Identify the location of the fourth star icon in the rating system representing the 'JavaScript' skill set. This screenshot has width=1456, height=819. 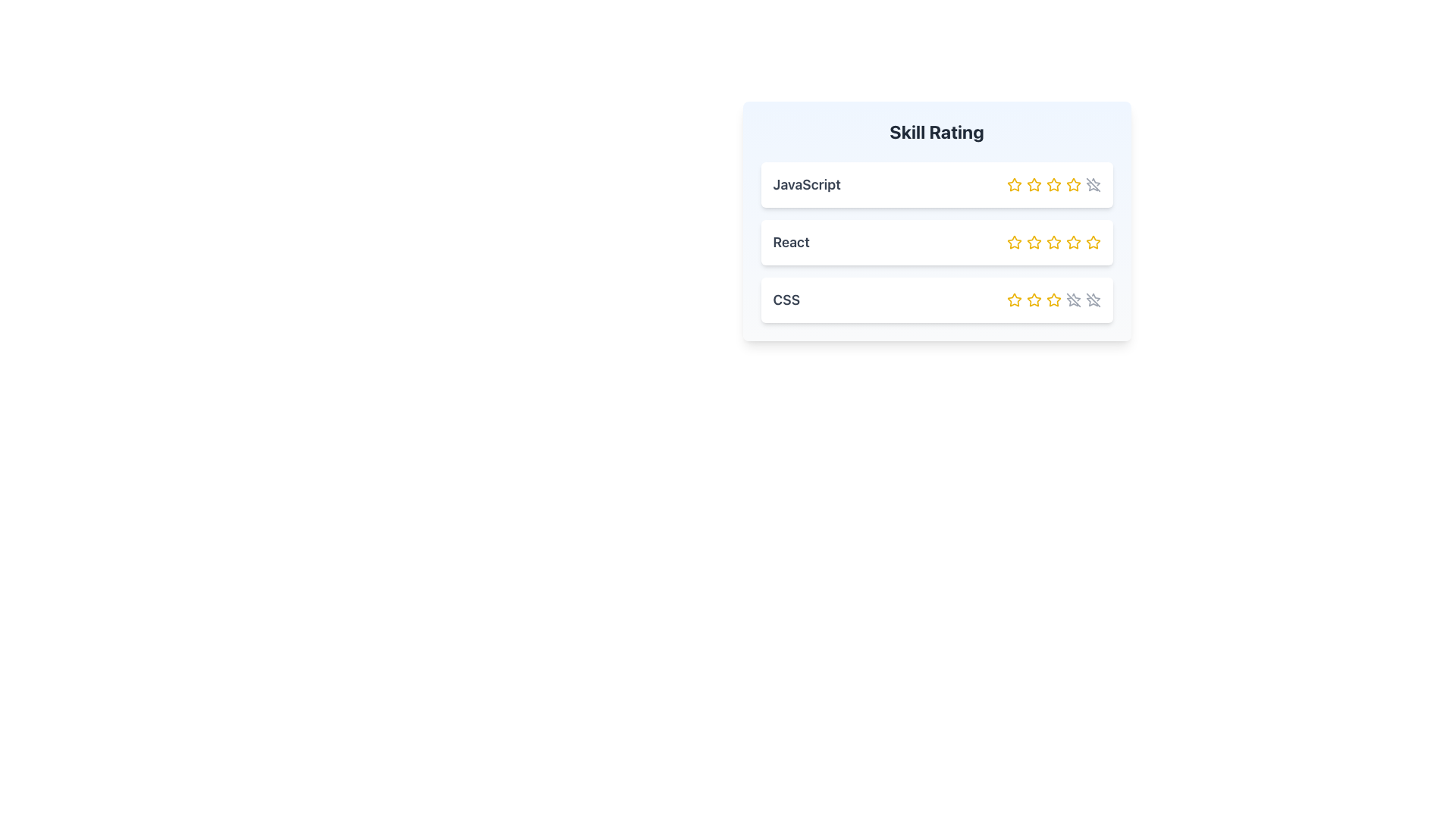
(1072, 184).